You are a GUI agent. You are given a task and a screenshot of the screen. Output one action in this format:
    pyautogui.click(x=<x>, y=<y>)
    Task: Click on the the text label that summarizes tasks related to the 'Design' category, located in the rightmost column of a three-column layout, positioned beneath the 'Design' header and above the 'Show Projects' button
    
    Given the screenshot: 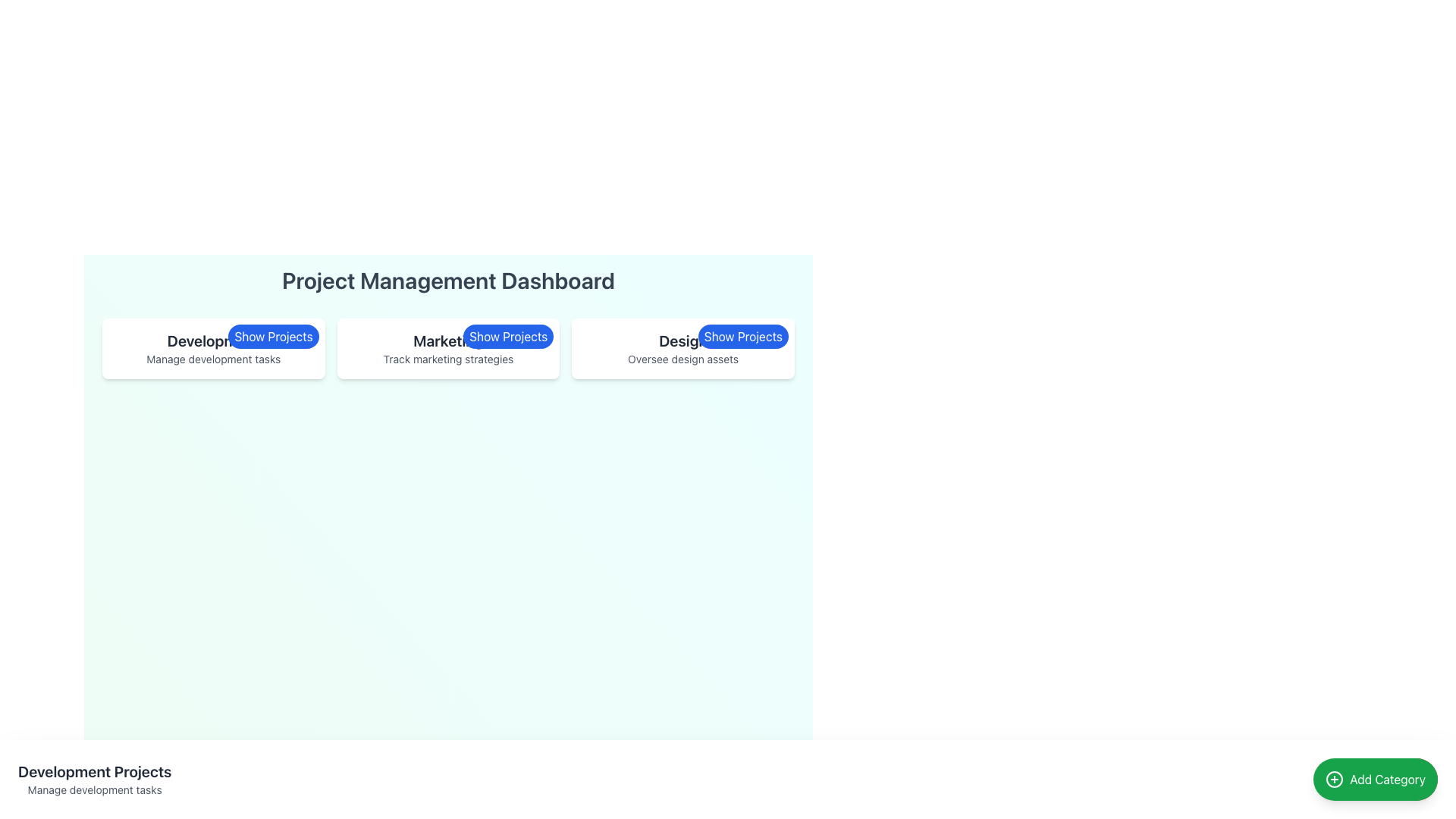 What is the action you would take?
    pyautogui.click(x=682, y=359)
    